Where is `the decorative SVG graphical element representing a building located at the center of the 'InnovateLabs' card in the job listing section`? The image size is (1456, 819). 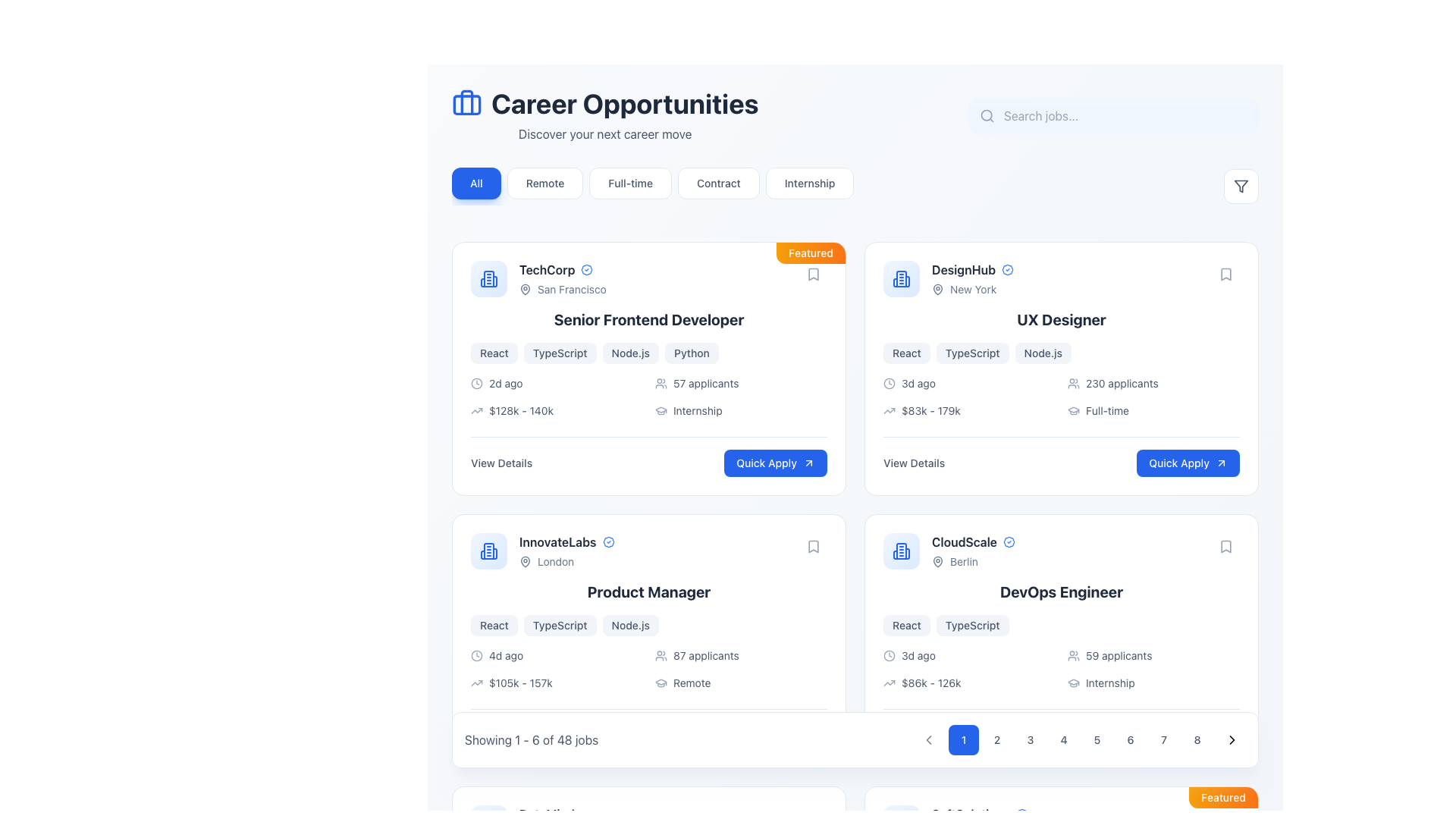 the decorative SVG graphical element representing a building located at the center of the 'InnovateLabs' card in the job listing section is located at coordinates (488, 551).